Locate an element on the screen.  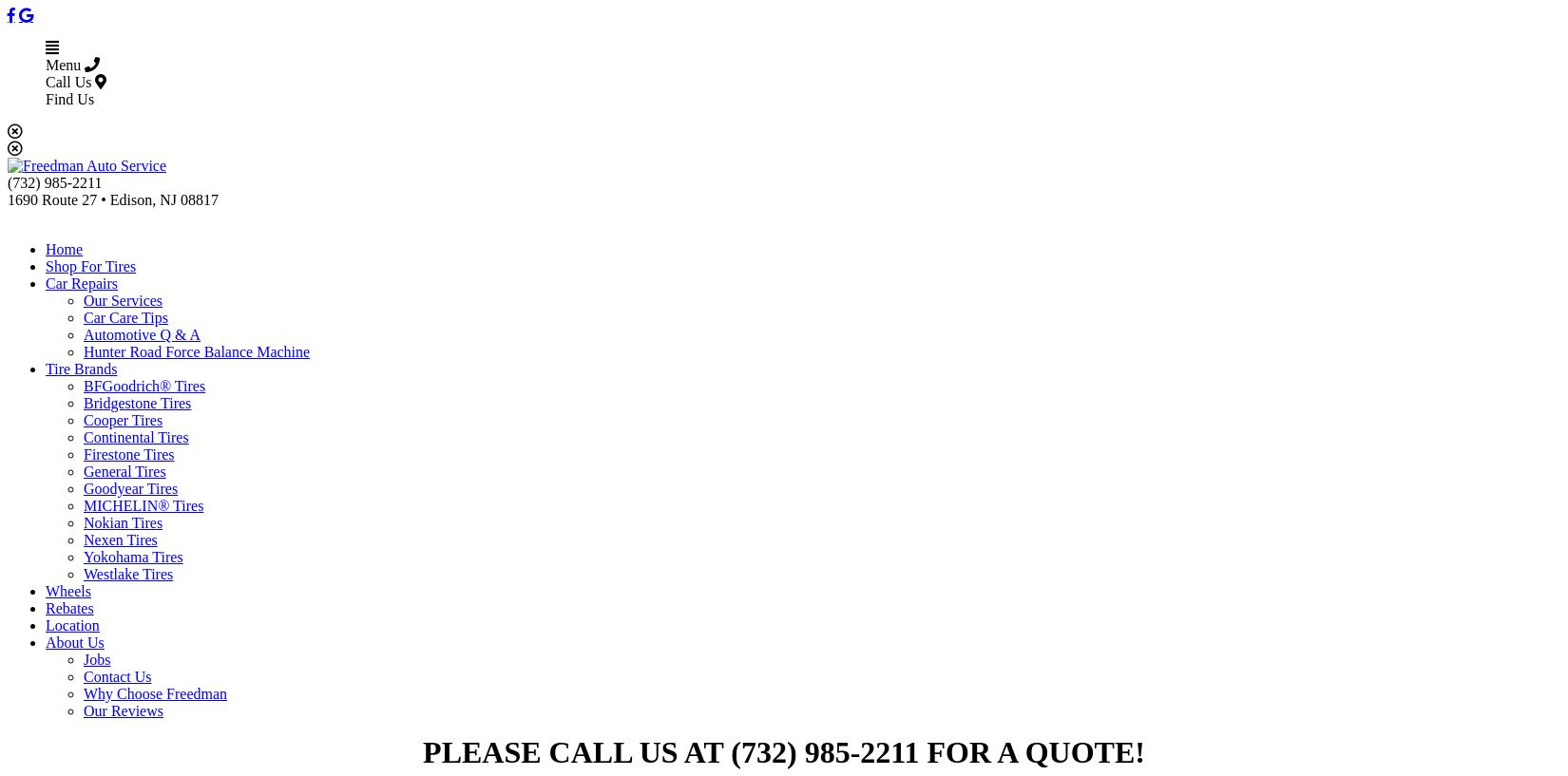
'Our Services' is located at coordinates (123, 300).